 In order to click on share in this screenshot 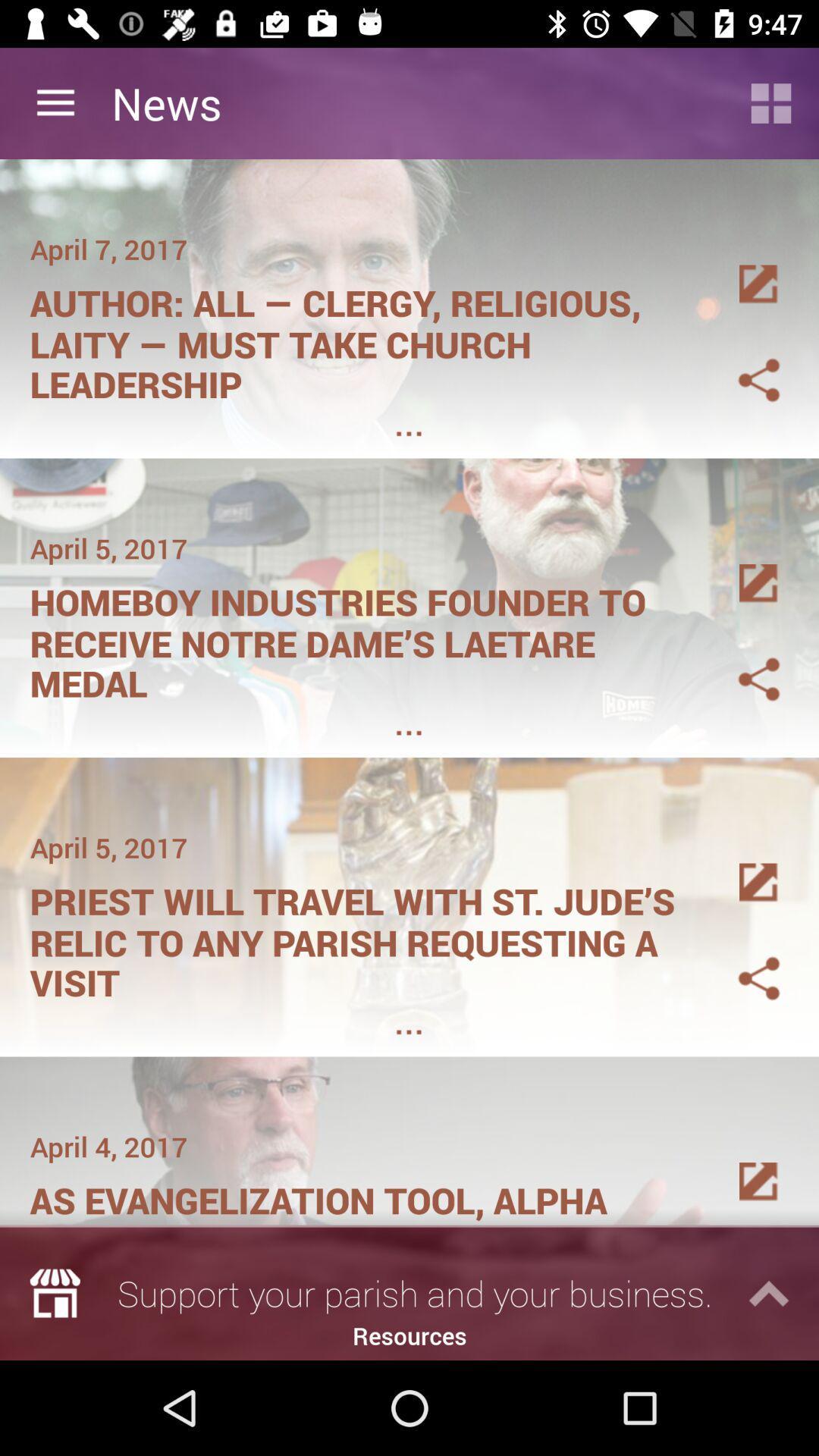, I will do `click(740, 661)`.